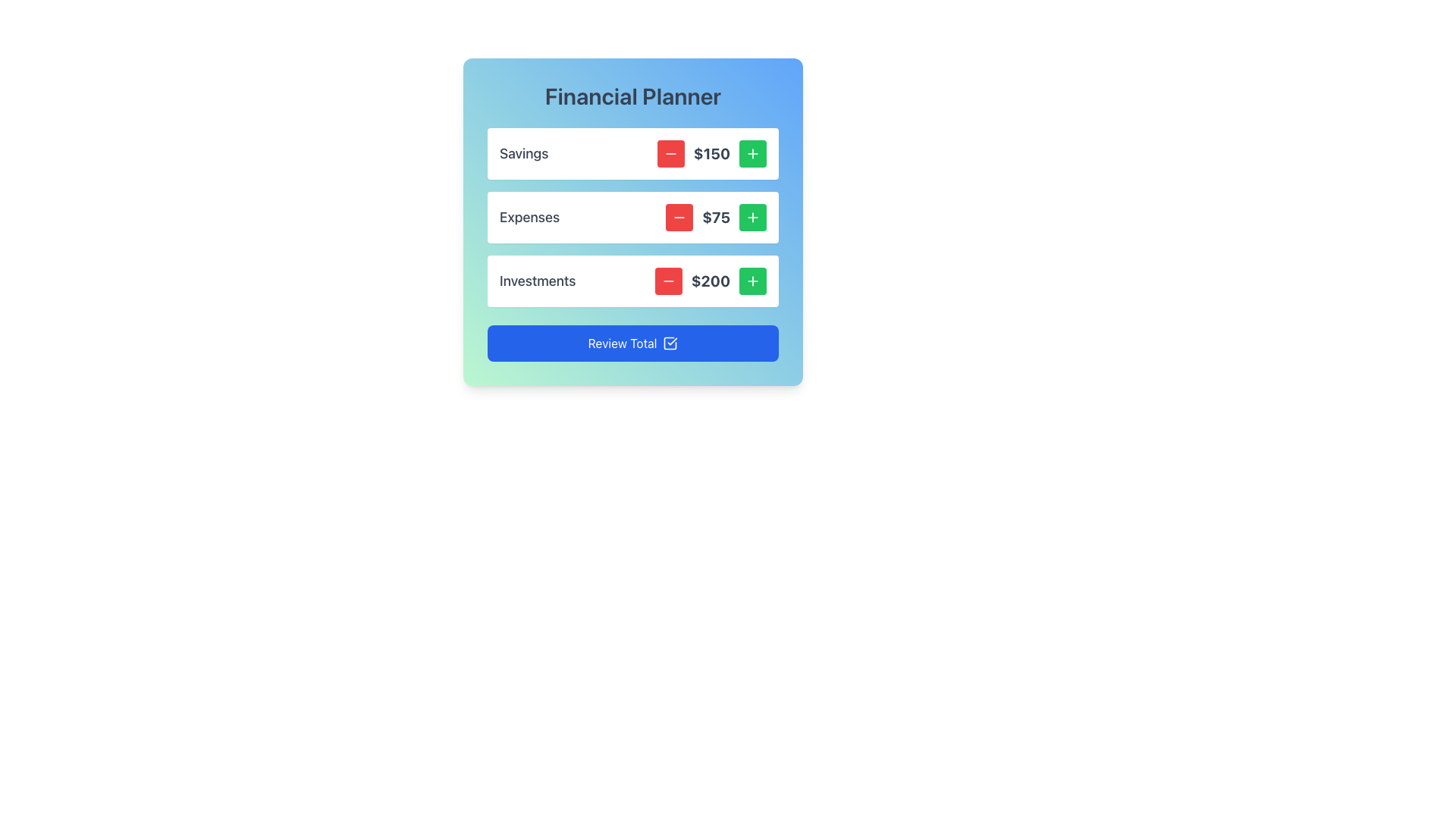 This screenshot has width=1456, height=819. I want to click on the green circular button with a white plus icon located to the right of the '$200' text in the 'Investments' row to increment the value, so click(753, 281).